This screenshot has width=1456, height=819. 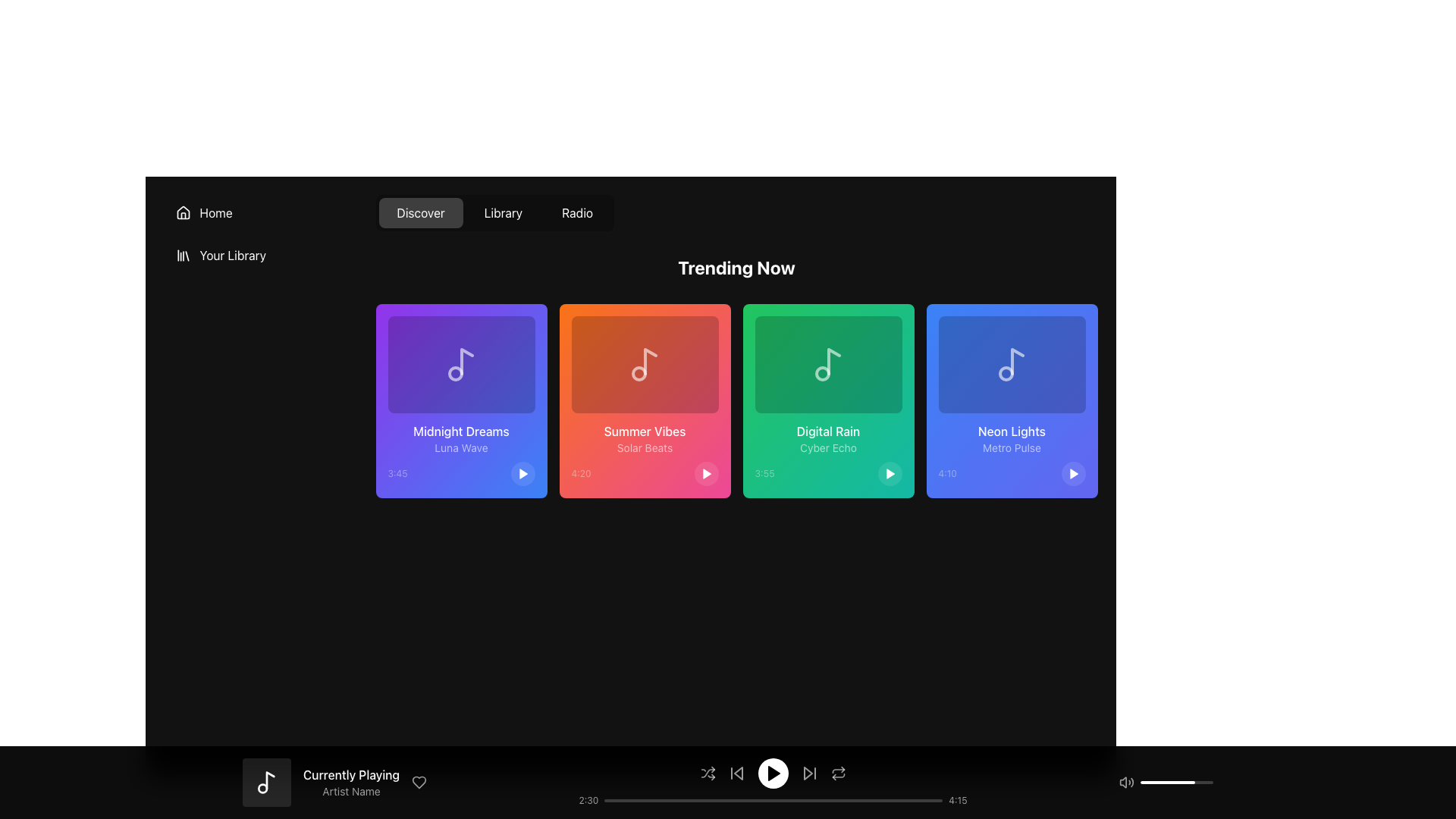 What do you see at coordinates (946, 472) in the screenshot?
I see `duration or timing indicated by the Text label located at the bottom left corner of the blue card labeled 'Neon Lights' by 'Metro Pulse'` at bounding box center [946, 472].